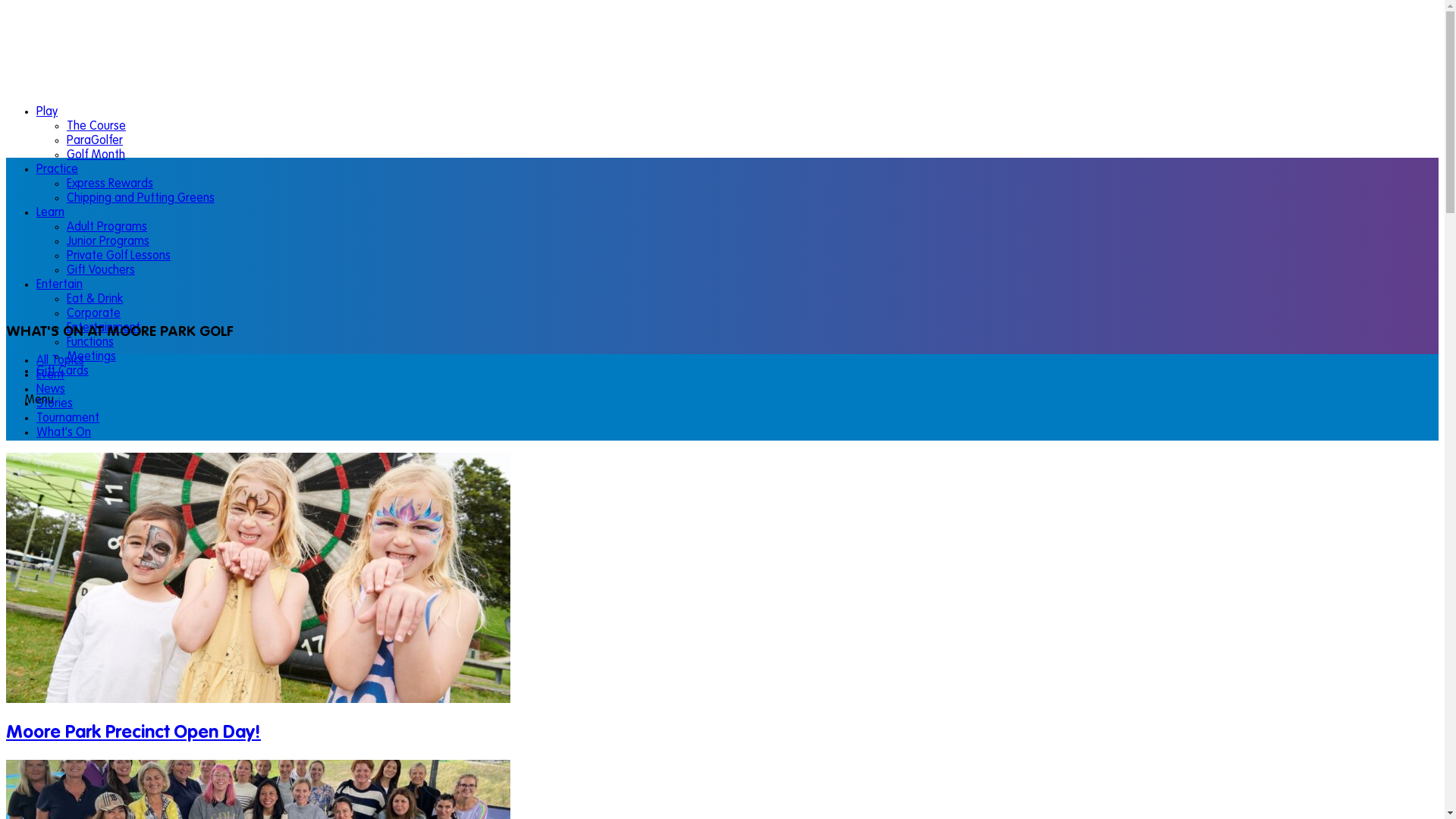  I want to click on 'The Course', so click(65, 125).